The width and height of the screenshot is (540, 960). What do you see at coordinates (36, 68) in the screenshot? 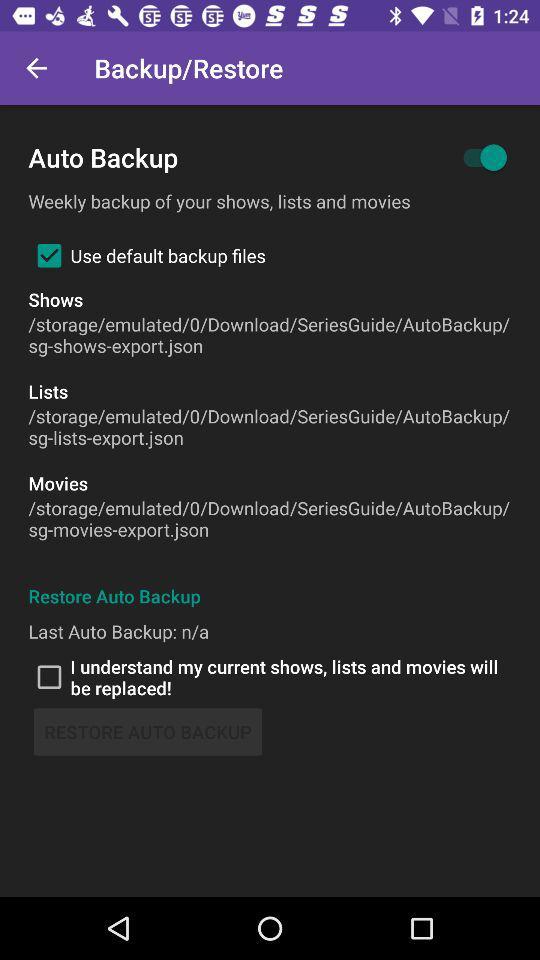
I see `icon next to backup/restore item` at bounding box center [36, 68].